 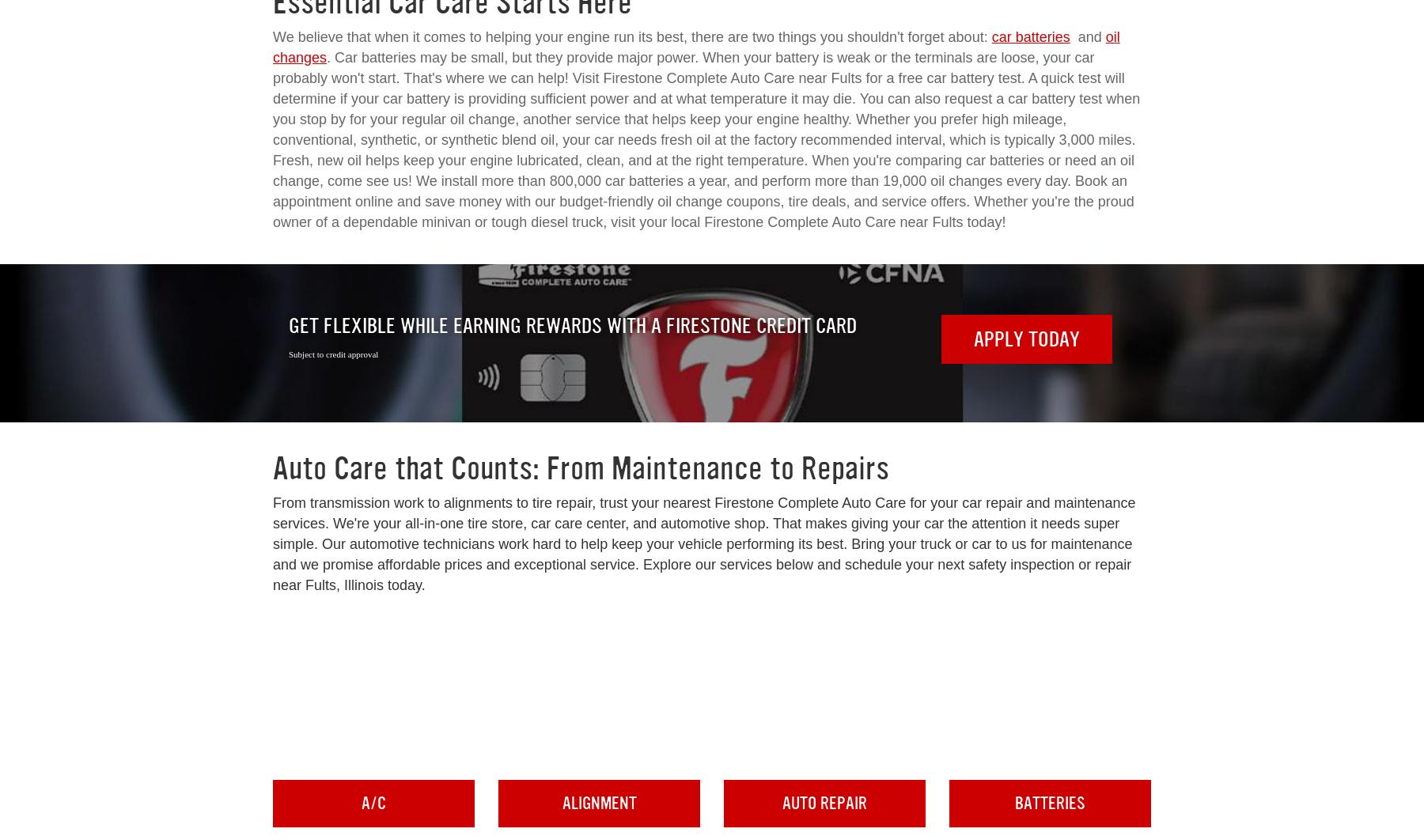 I want to click on 'From transmission work
              to alignments
              to tire repair,
              trust your nearest Firestone Complete Auto Care
              for your car repair and maintenance services.
              We're your all-in-one tire store, car care center, and automotive shop.
              That makes giving your car the attention it needs super simple.
              Our automotive technicians
              work hard to help keep your vehicle performing its best.
              Bring your truck or car to us for maintenance and
              we promise affordable prices and exceptional service.
              Explore our services below and schedule your next safety inspection or repair near Fults, Illinois today.', so click(x=703, y=543).